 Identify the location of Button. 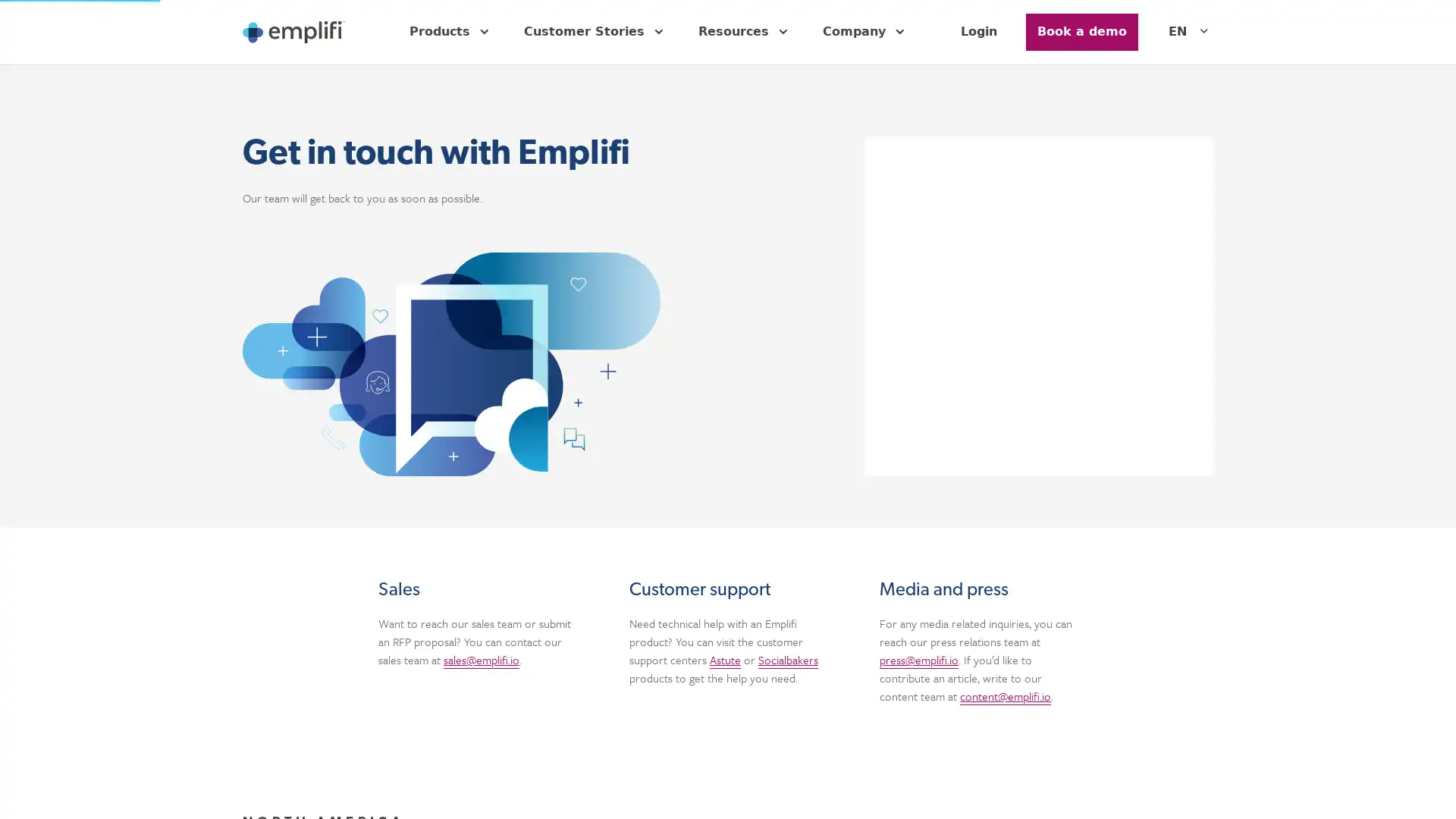
(1081, 32).